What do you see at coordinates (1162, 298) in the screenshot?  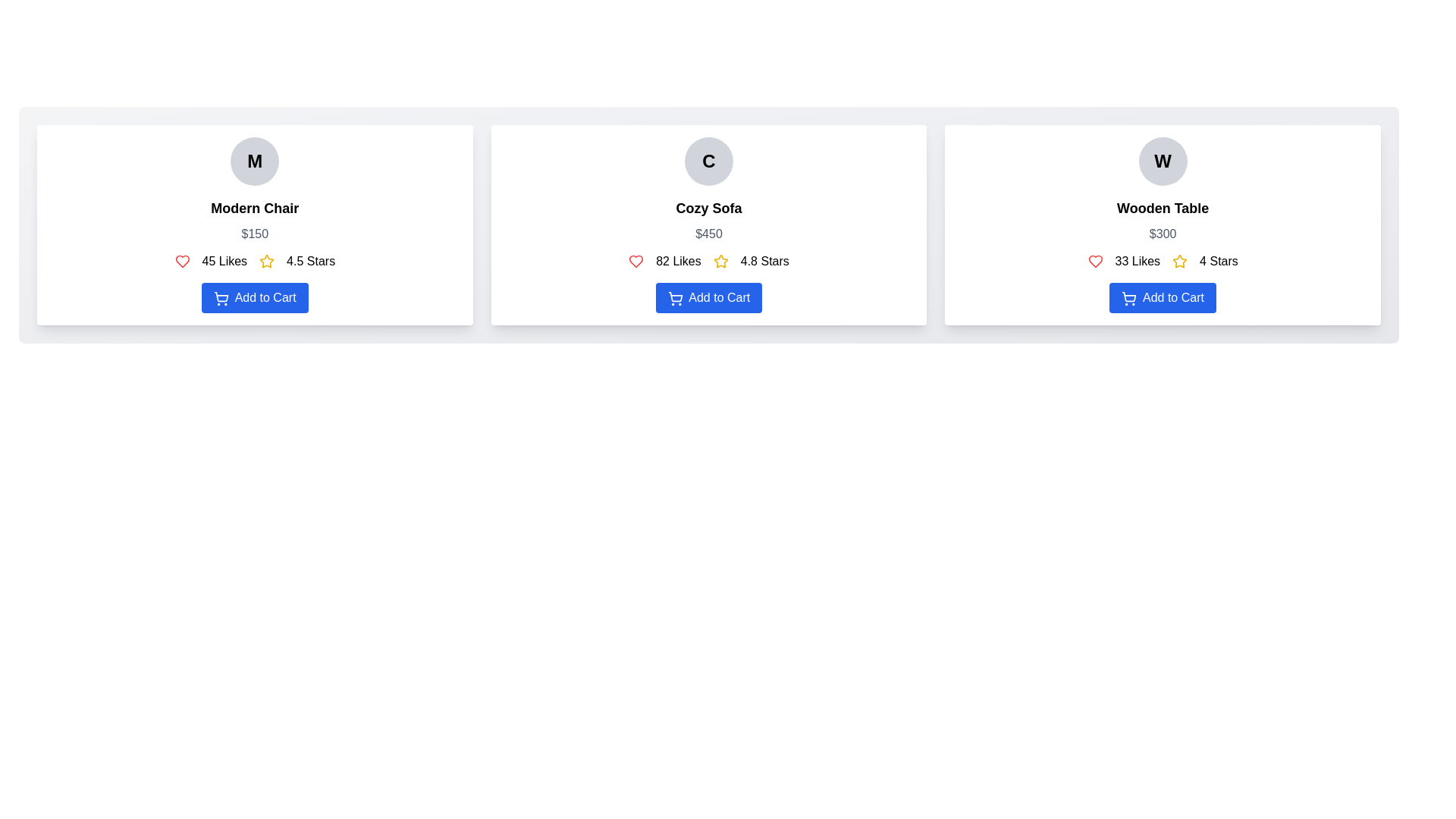 I see `the interactive button located at the bottom of the 'Wooden Table' card on the far right` at bounding box center [1162, 298].